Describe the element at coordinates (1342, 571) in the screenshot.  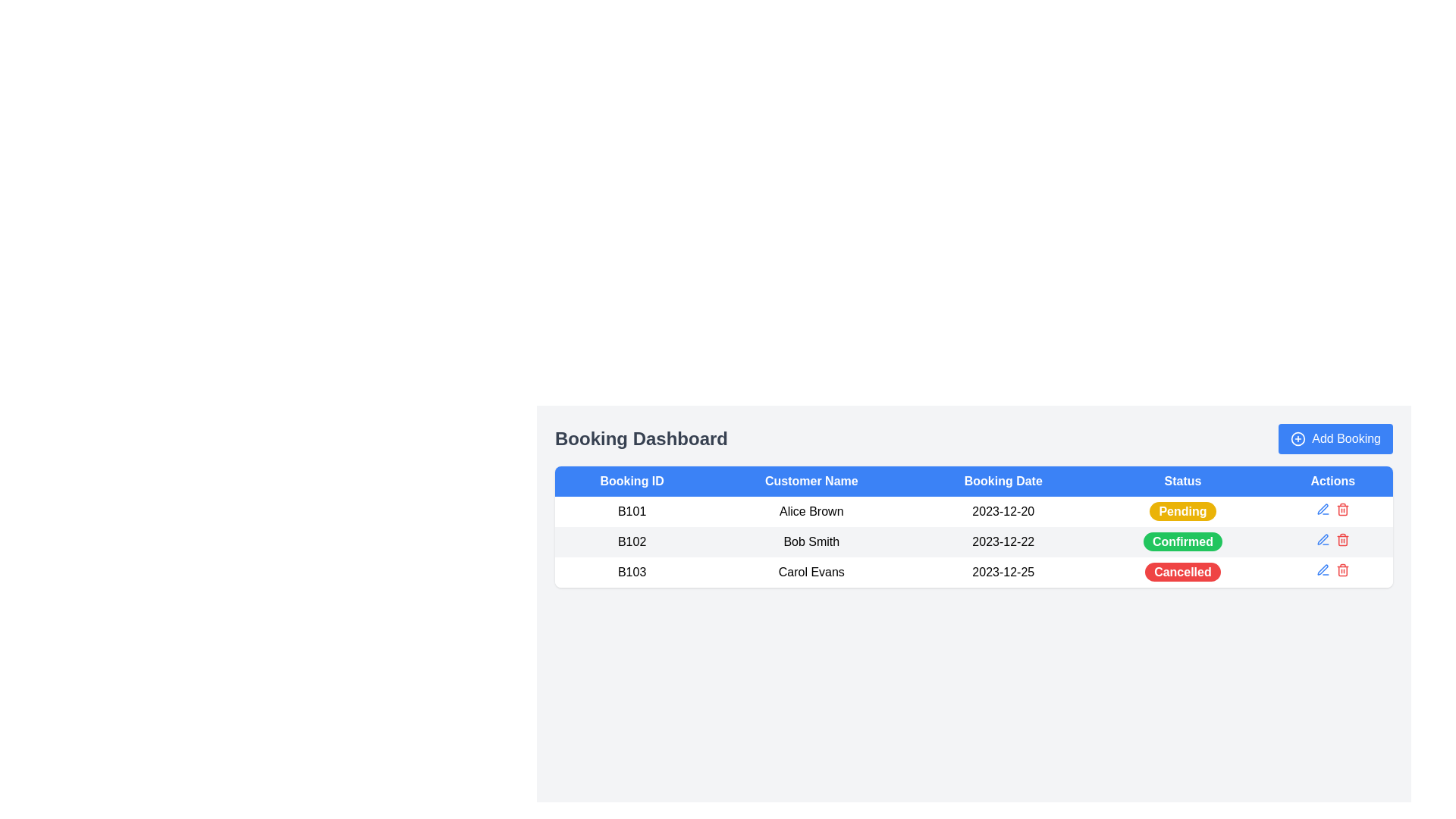
I see `the vertical rectangle that represents the boundary of the trash can icon located in the Actions column of the table` at that location.